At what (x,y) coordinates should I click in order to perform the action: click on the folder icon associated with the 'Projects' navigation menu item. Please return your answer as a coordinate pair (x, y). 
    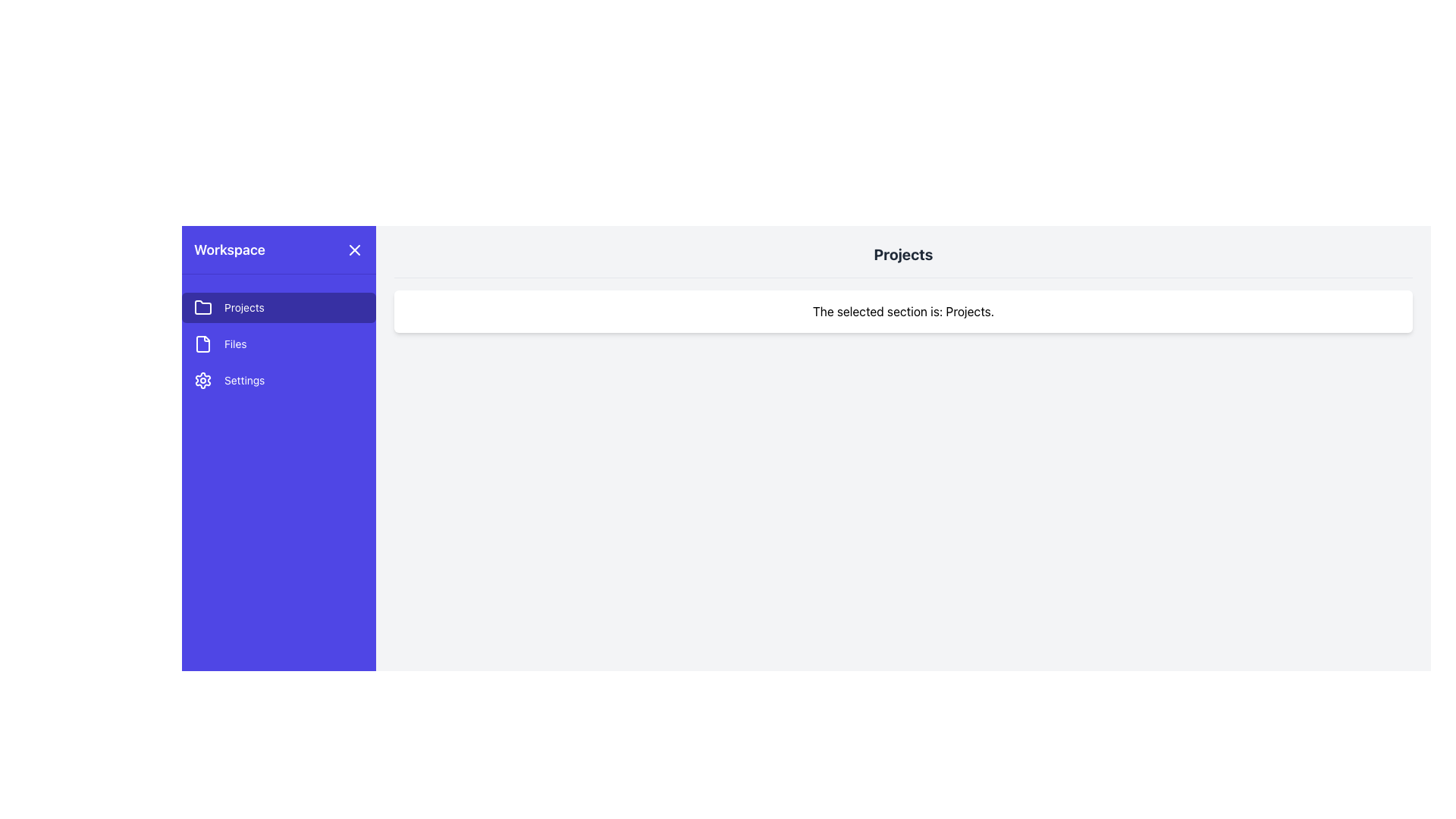
    Looking at the image, I should click on (202, 307).